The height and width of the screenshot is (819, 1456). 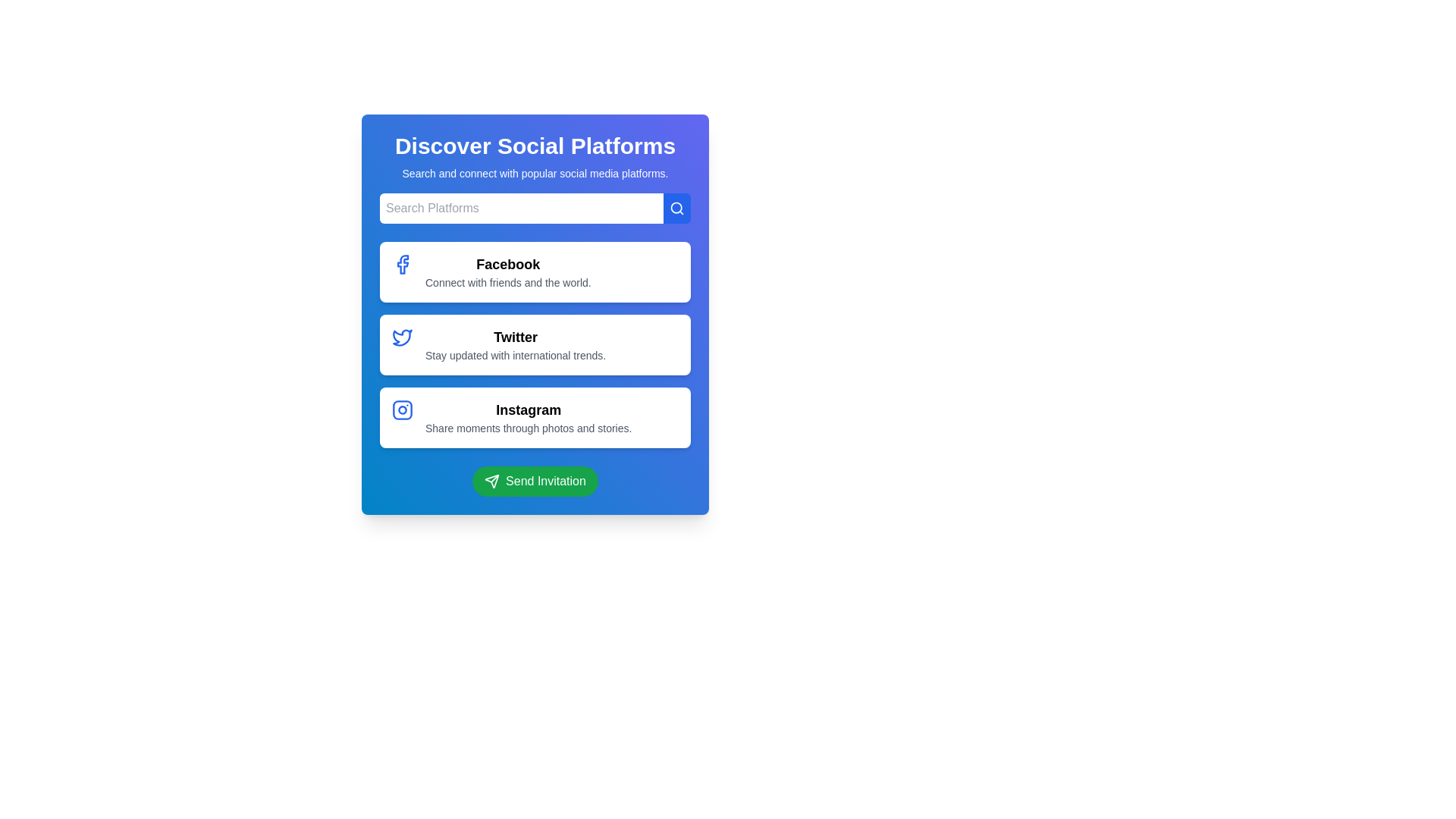 What do you see at coordinates (403, 263) in the screenshot?
I see `the Facebook logo icon, which is a lowercase 'f' inside a rounded rectangle, located in the first row of social platforms to the left of the text 'Facebook'` at bounding box center [403, 263].